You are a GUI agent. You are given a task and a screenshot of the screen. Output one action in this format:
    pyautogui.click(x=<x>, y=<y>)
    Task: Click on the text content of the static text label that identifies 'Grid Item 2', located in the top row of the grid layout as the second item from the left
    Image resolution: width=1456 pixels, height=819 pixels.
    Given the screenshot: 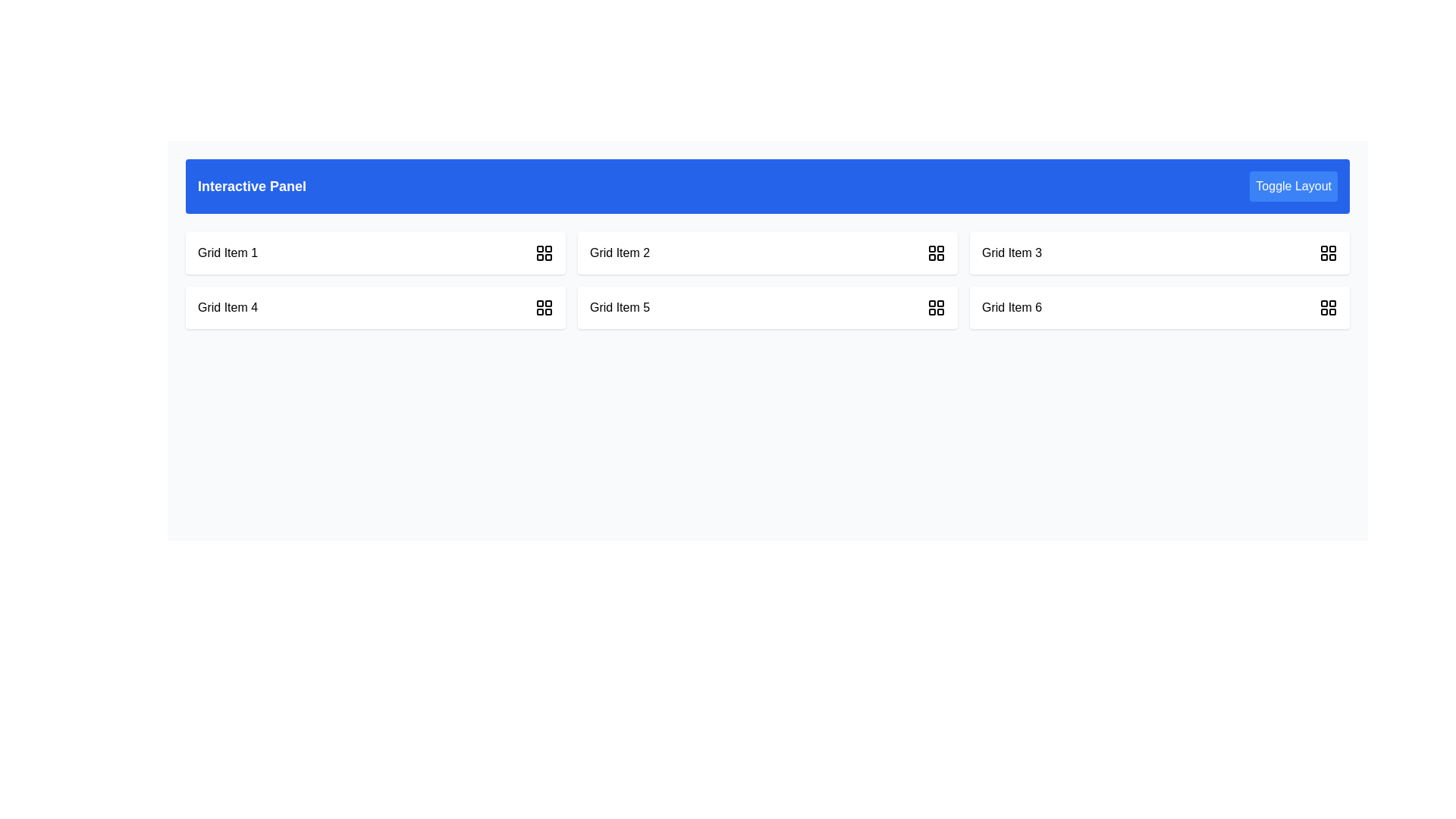 What is the action you would take?
    pyautogui.click(x=620, y=253)
    